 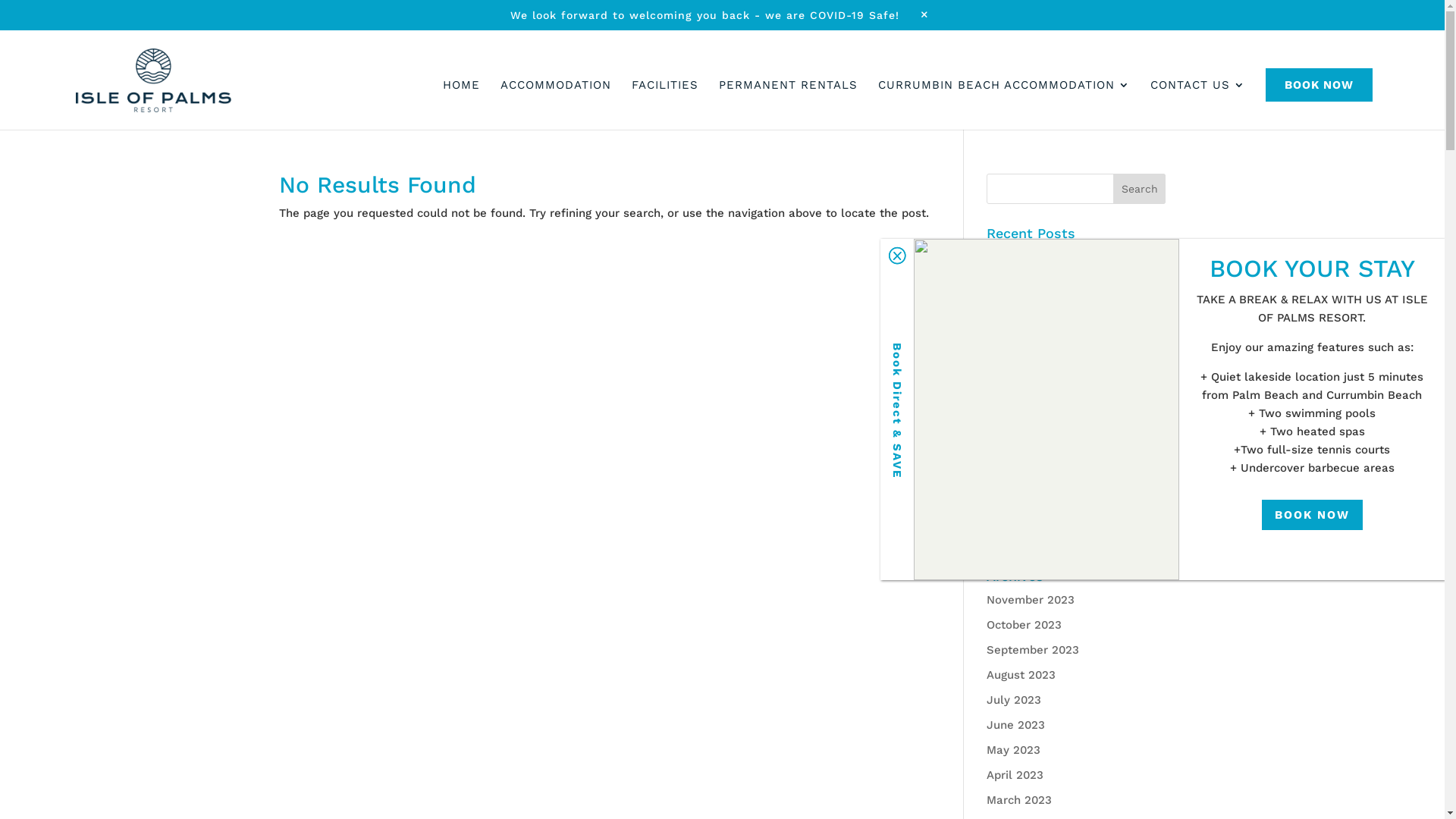 I want to click on 'April 2023', so click(x=1015, y=775).